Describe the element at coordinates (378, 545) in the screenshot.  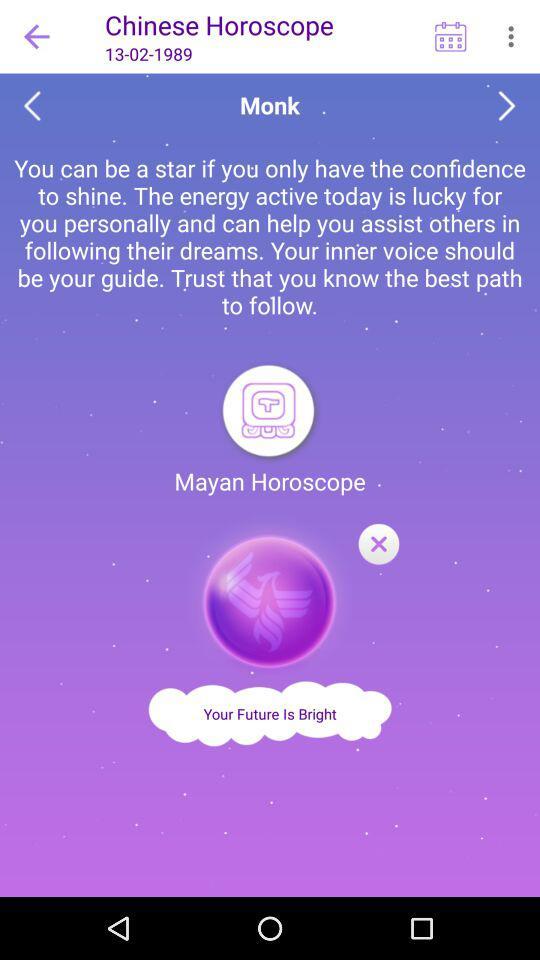
I see `colos page` at that location.